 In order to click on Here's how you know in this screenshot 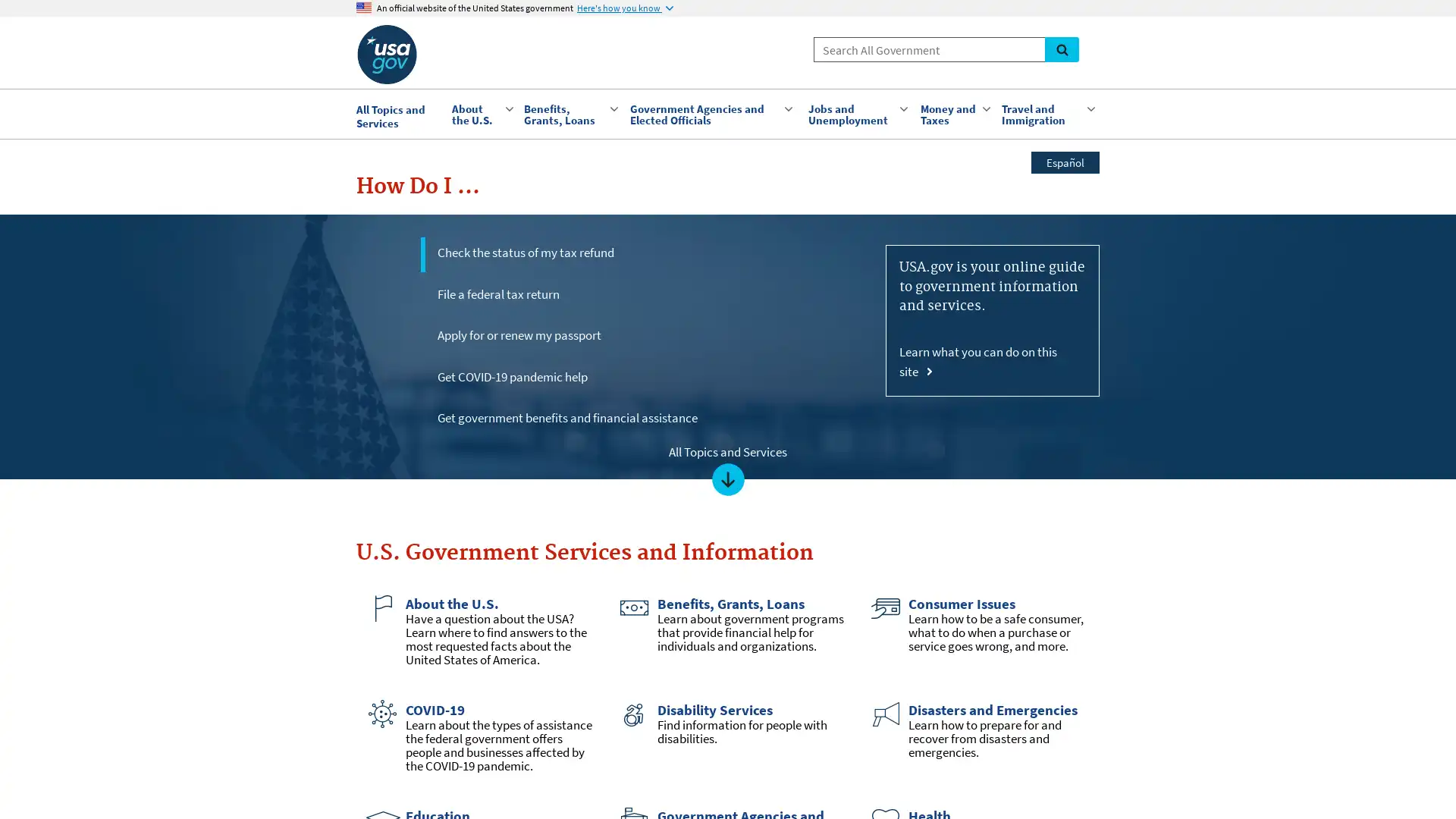, I will do `click(625, 8)`.